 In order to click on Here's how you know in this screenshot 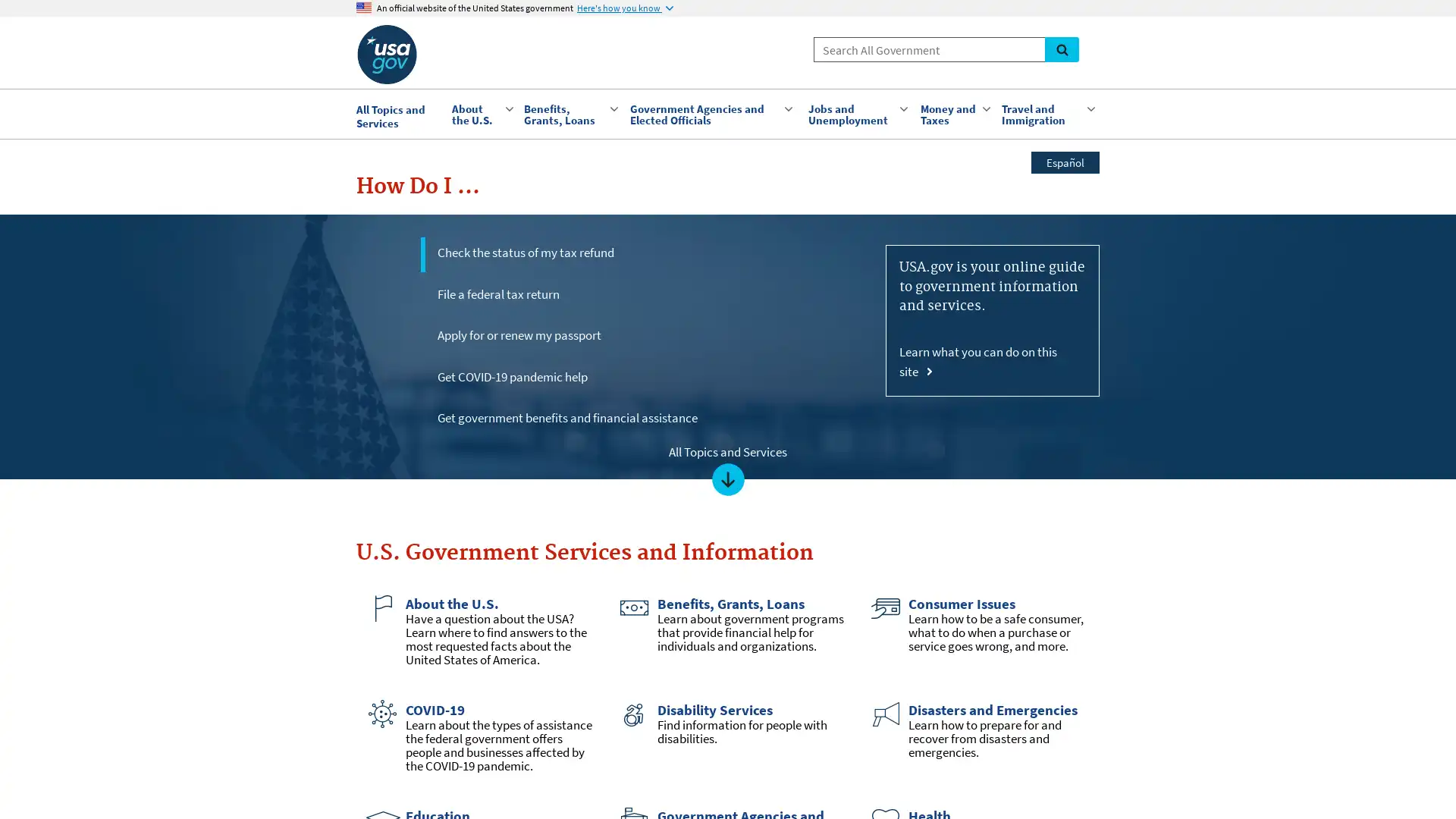, I will do `click(625, 8)`.